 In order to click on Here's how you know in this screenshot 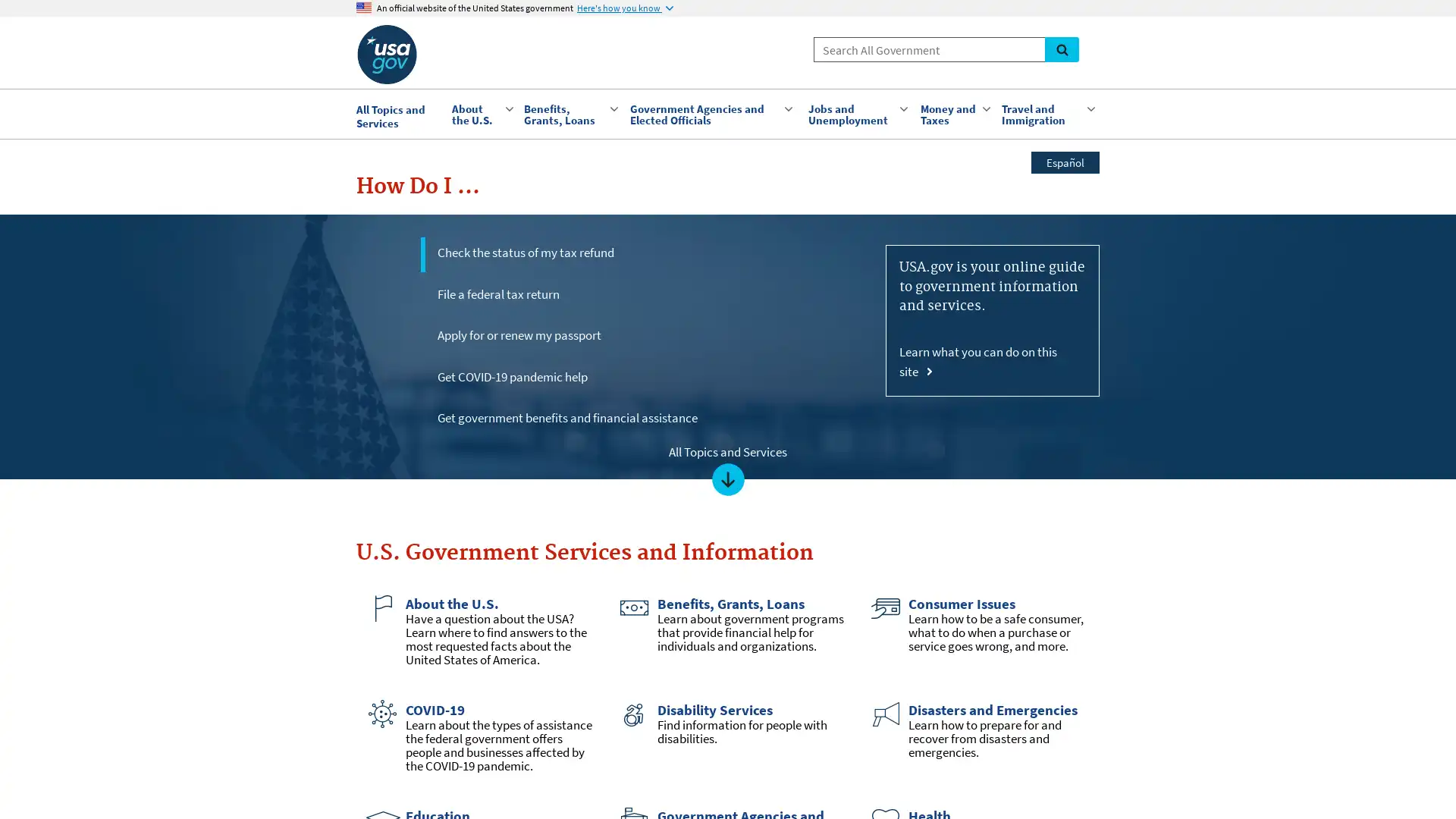, I will do `click(625, 8)`.